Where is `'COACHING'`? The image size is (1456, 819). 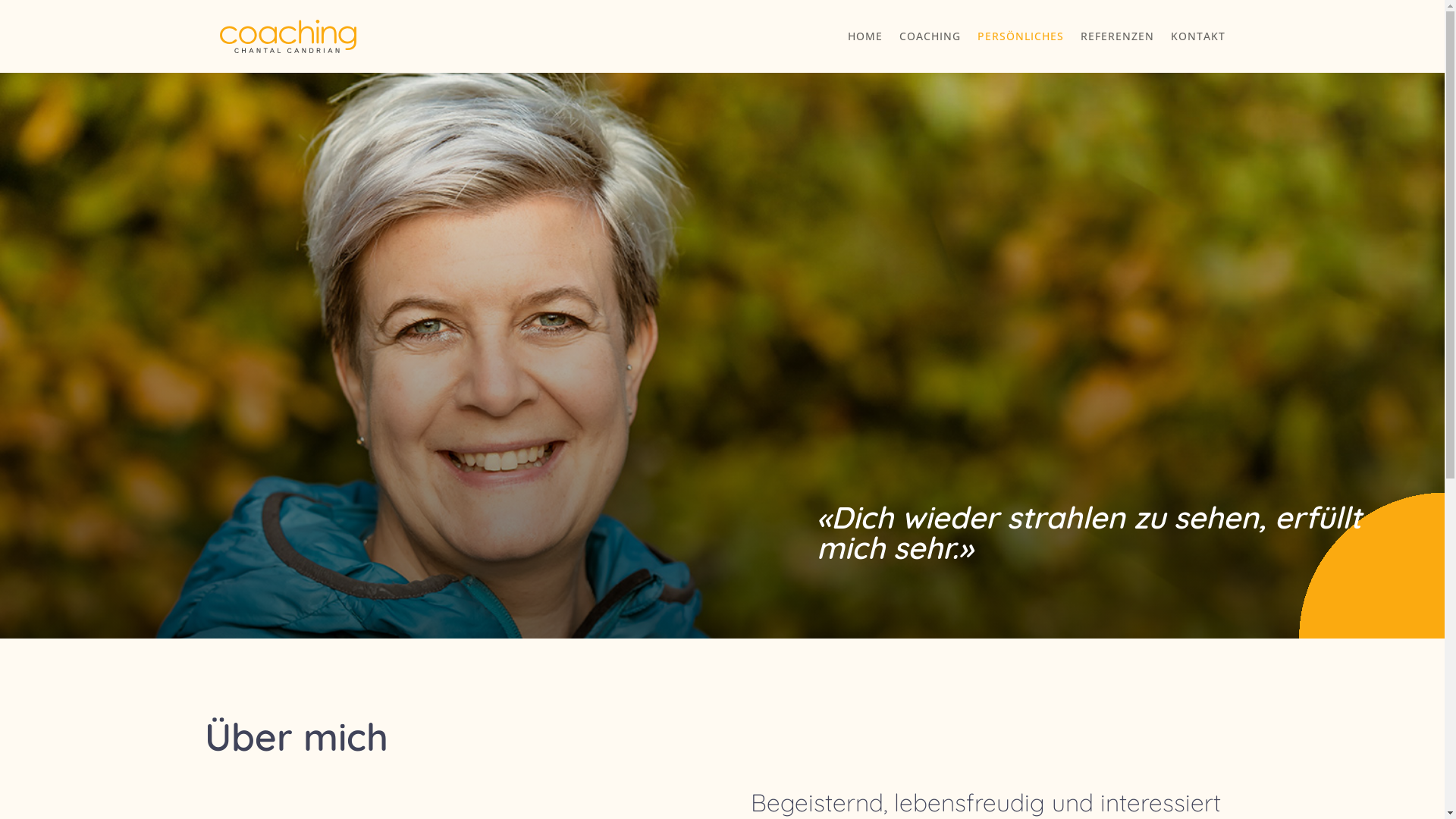 'COACHING' is located at coordinates (929, 35).